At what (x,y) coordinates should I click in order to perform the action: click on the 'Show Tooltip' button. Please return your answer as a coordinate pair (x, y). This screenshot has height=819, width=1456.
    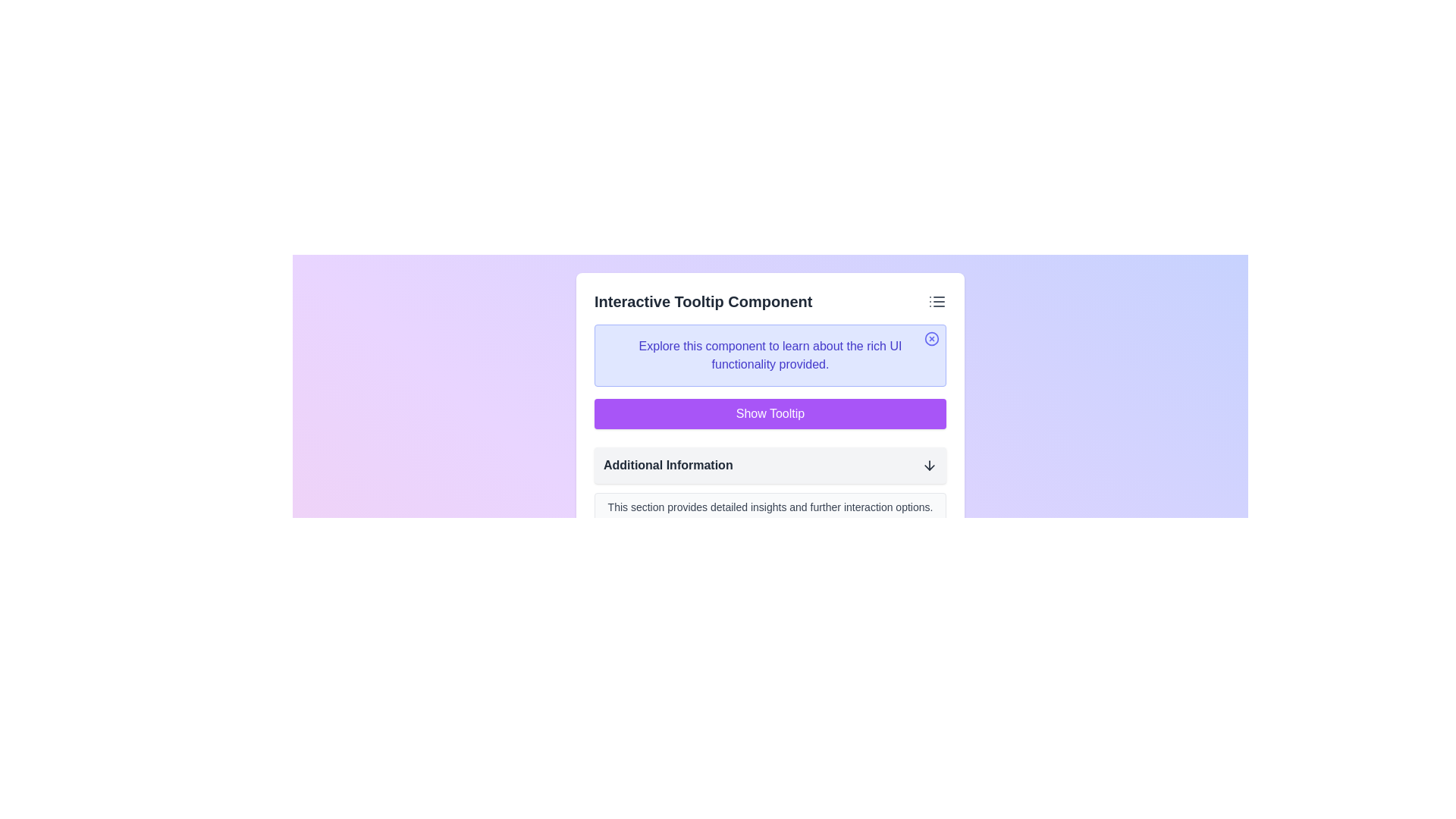
    Looking at the image, I should click on (770, 406).